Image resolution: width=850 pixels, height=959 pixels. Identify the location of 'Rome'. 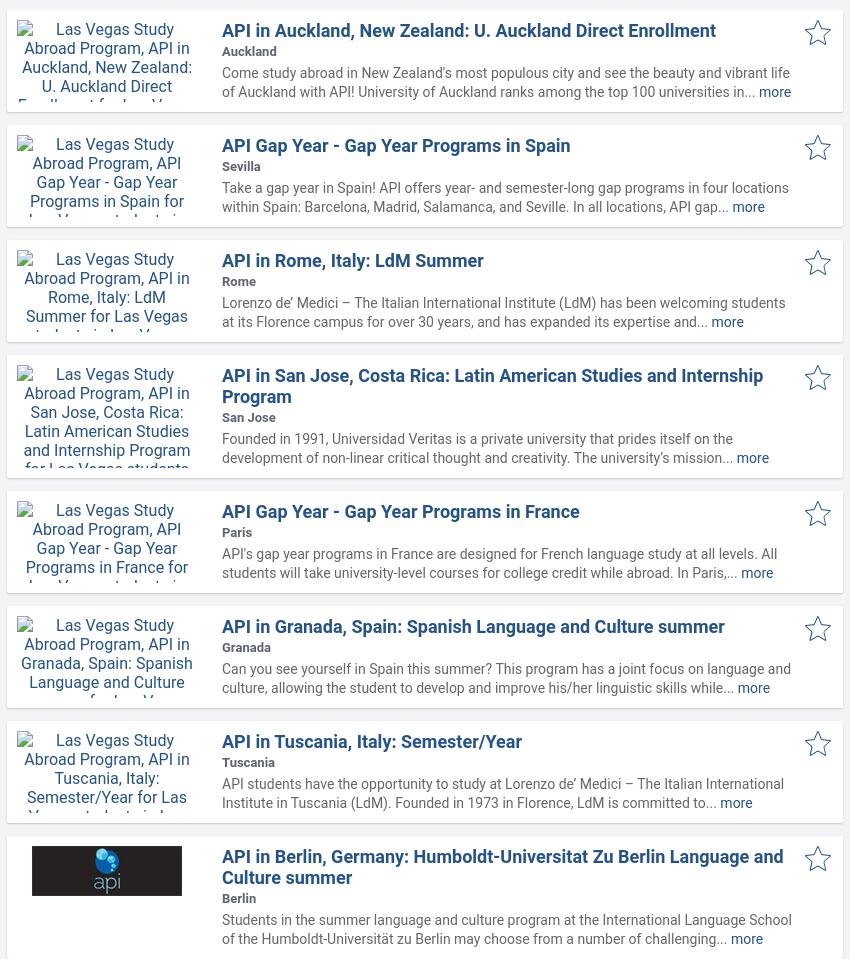
(238, 280).